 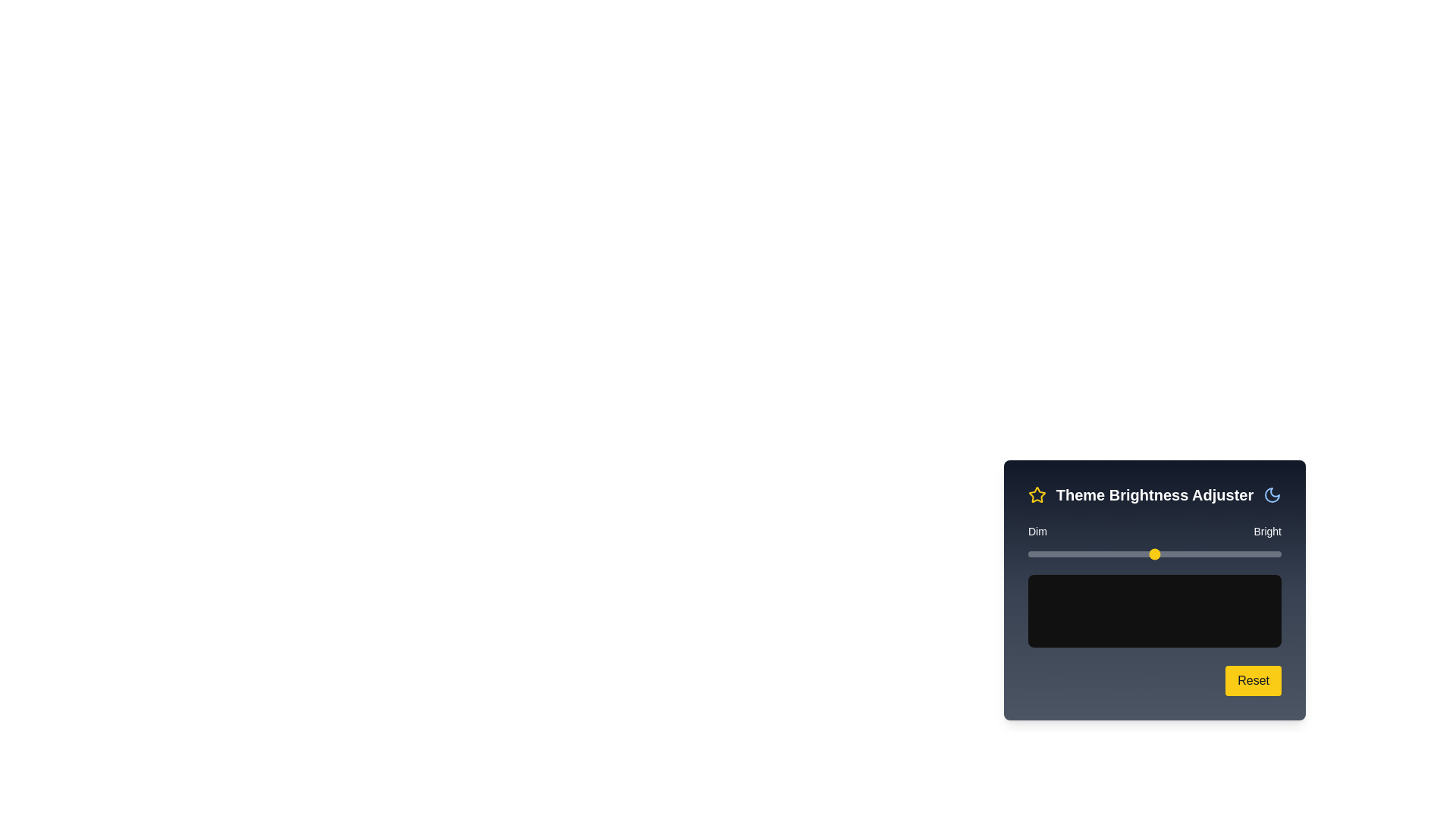 What do you see at coordinates (1218, 554) in the screenshot?
I see `the brightness slider to 75% and observe the preview area` at bounding box center [1218, 554].